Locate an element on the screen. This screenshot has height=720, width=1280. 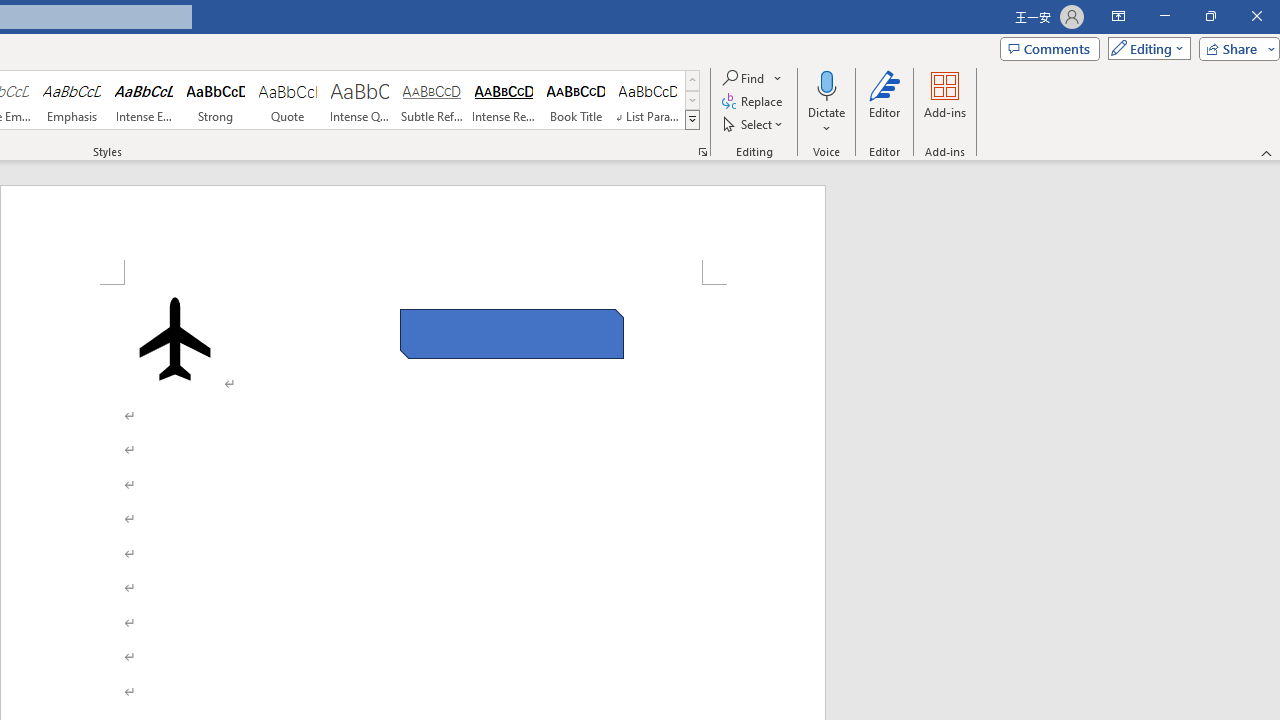
'Restore Down' is located at coordinates (1209, 16).